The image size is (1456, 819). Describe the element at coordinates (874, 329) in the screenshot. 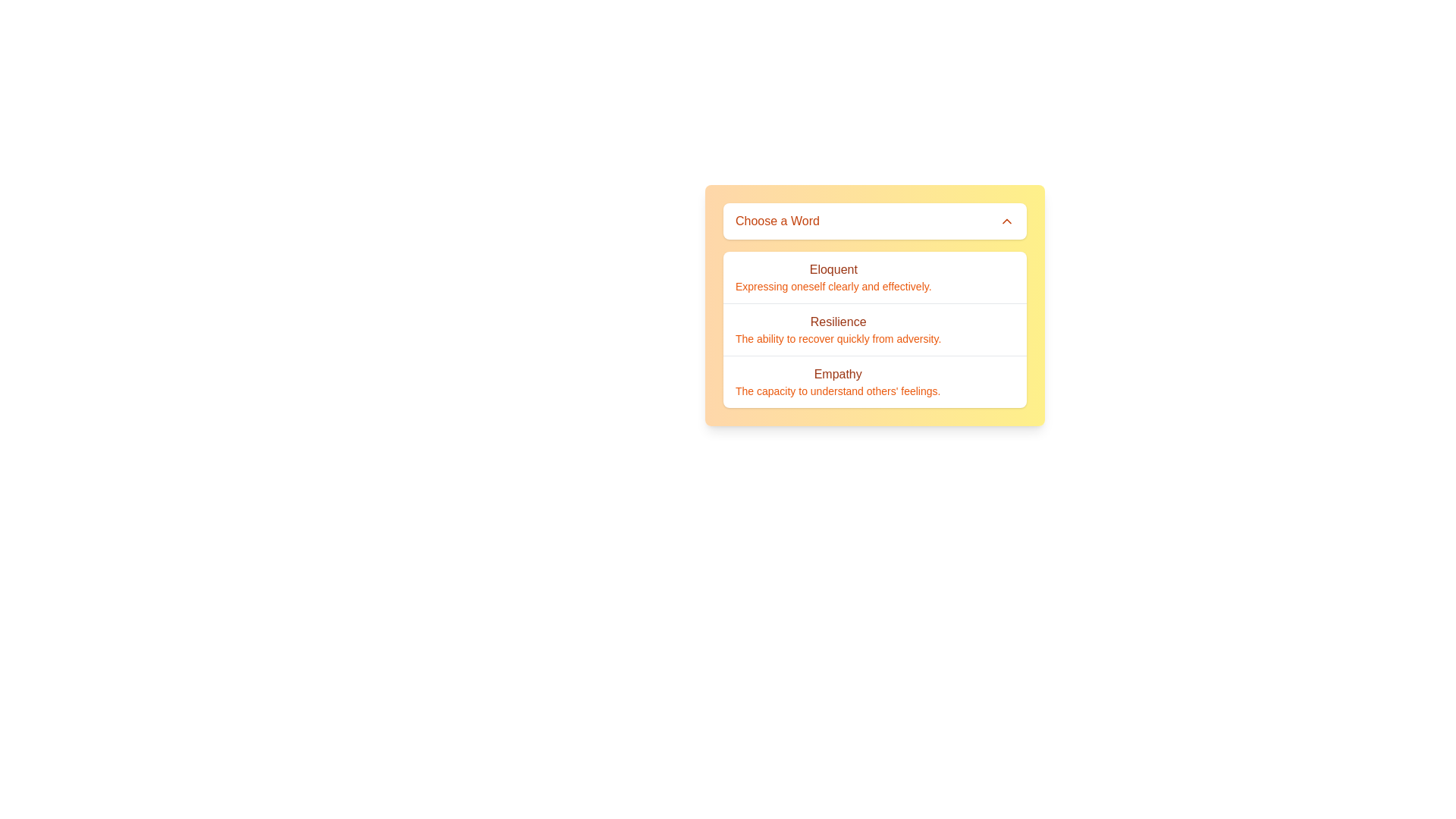

I see `the vertically aligned text item within the card-like informational component that is located under the 'Choose a Word' heading to make a selection or` at that location.